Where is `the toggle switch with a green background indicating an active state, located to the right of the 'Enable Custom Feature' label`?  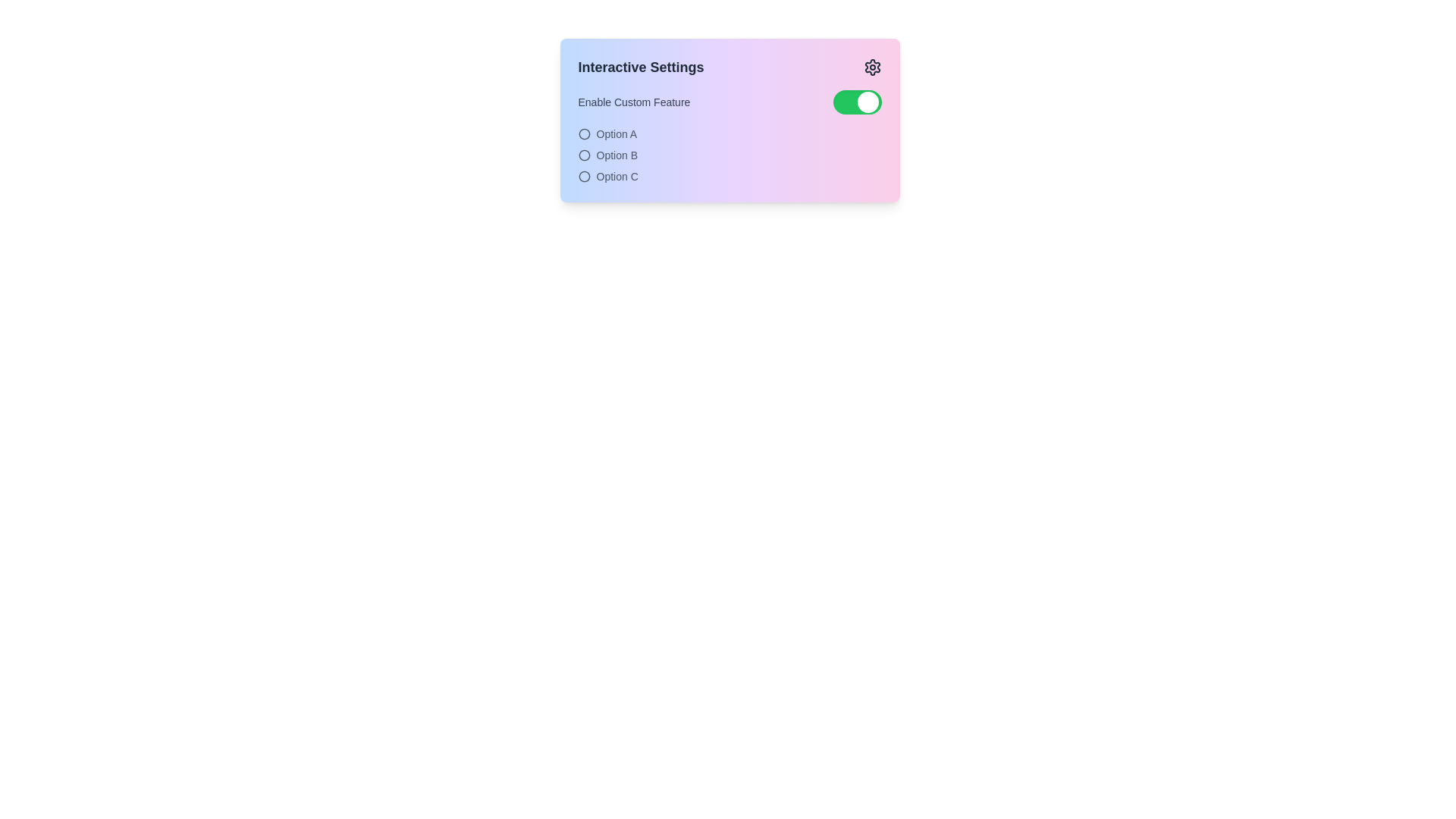 the toggle switch with a green background indicating an active state, located to the right of the 'Enable Custom Feature' label is located at coordinates (857, 102).